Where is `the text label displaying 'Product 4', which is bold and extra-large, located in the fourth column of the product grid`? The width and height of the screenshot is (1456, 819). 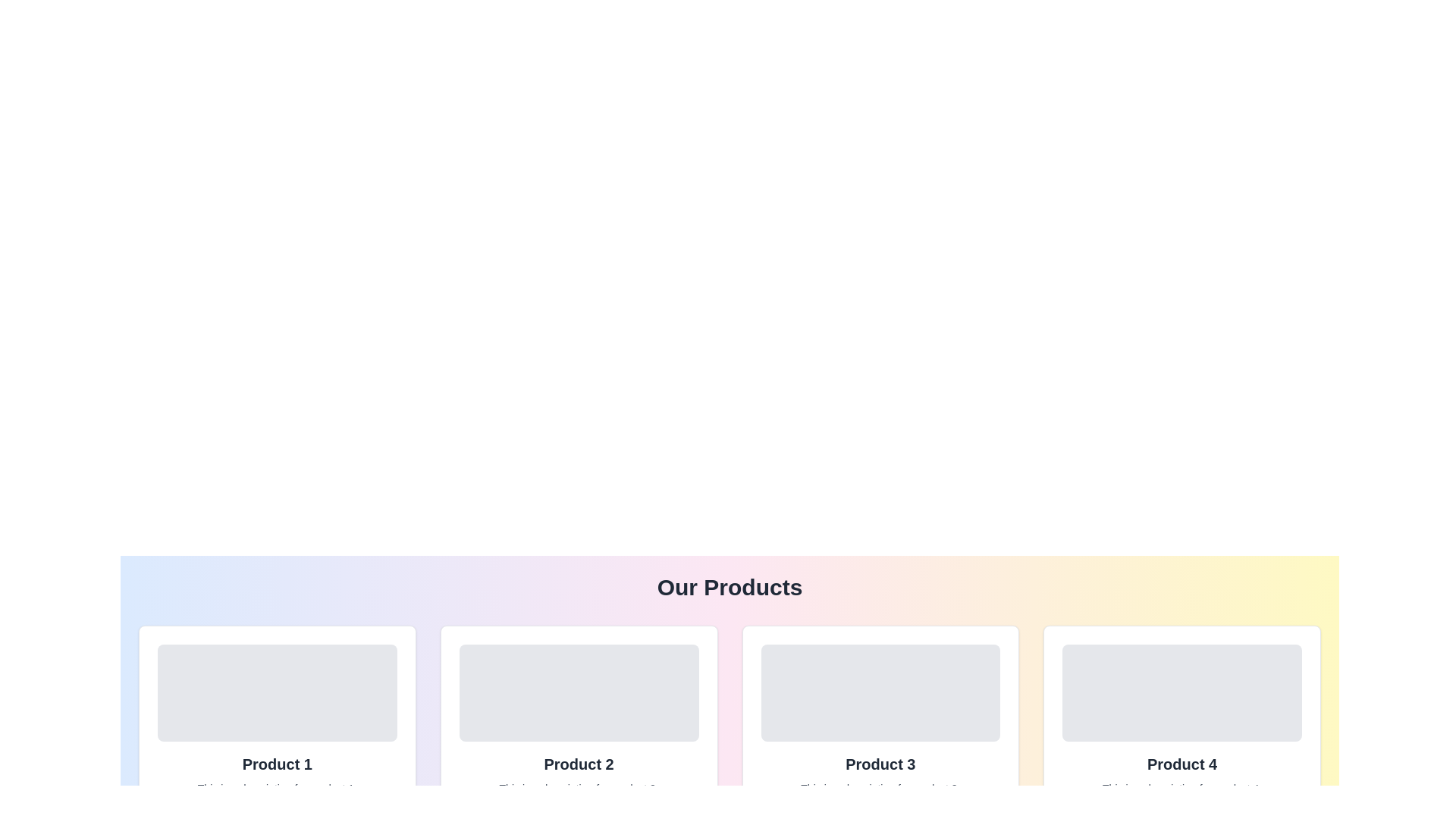
the text label displaying 'Product 4', which is bold and extra-large, located in the fourth column of the product grid is located at coordinates (1181, 764).